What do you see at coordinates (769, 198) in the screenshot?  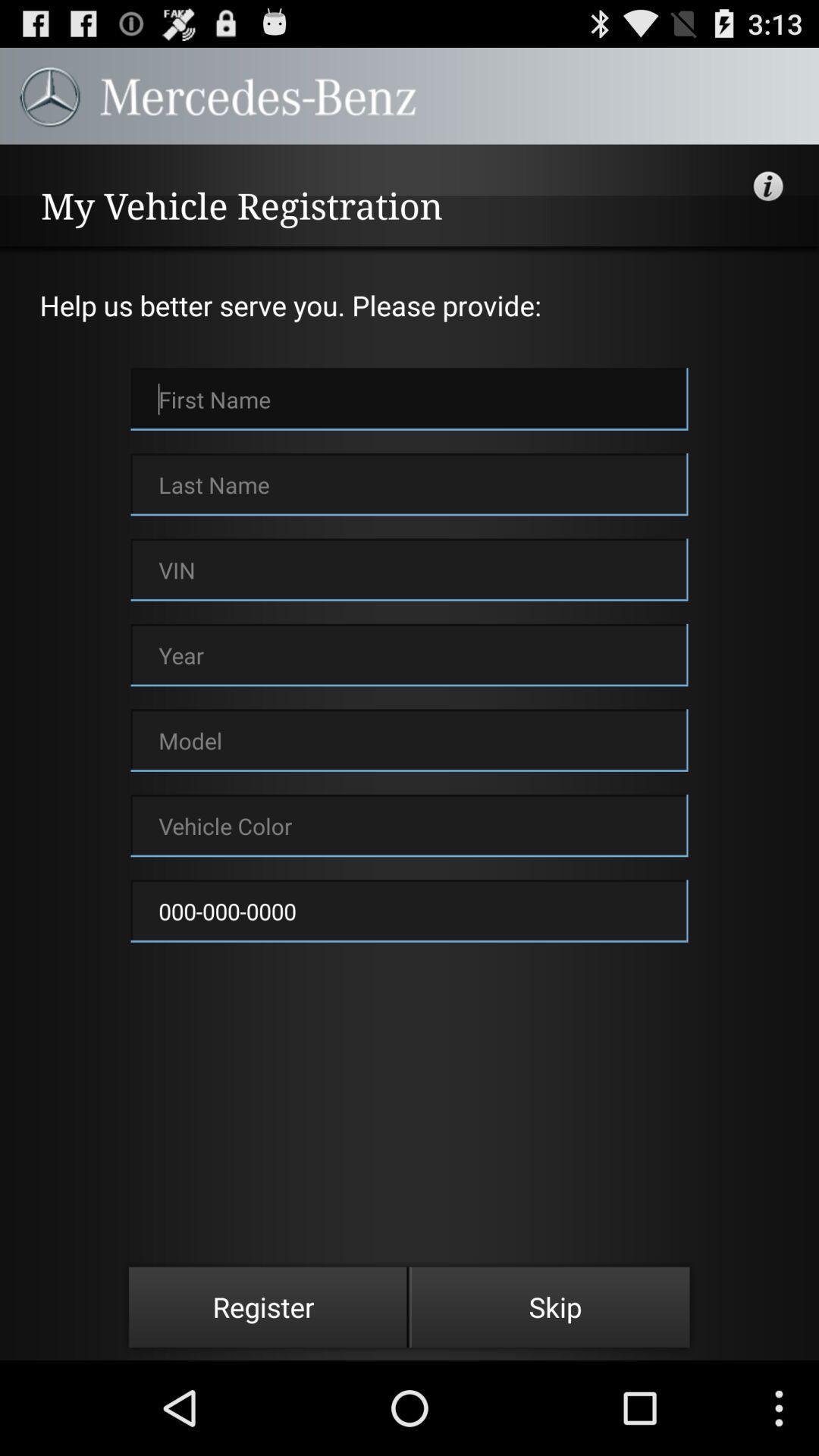 I see `the info icon` at bounding box center [769, 198].